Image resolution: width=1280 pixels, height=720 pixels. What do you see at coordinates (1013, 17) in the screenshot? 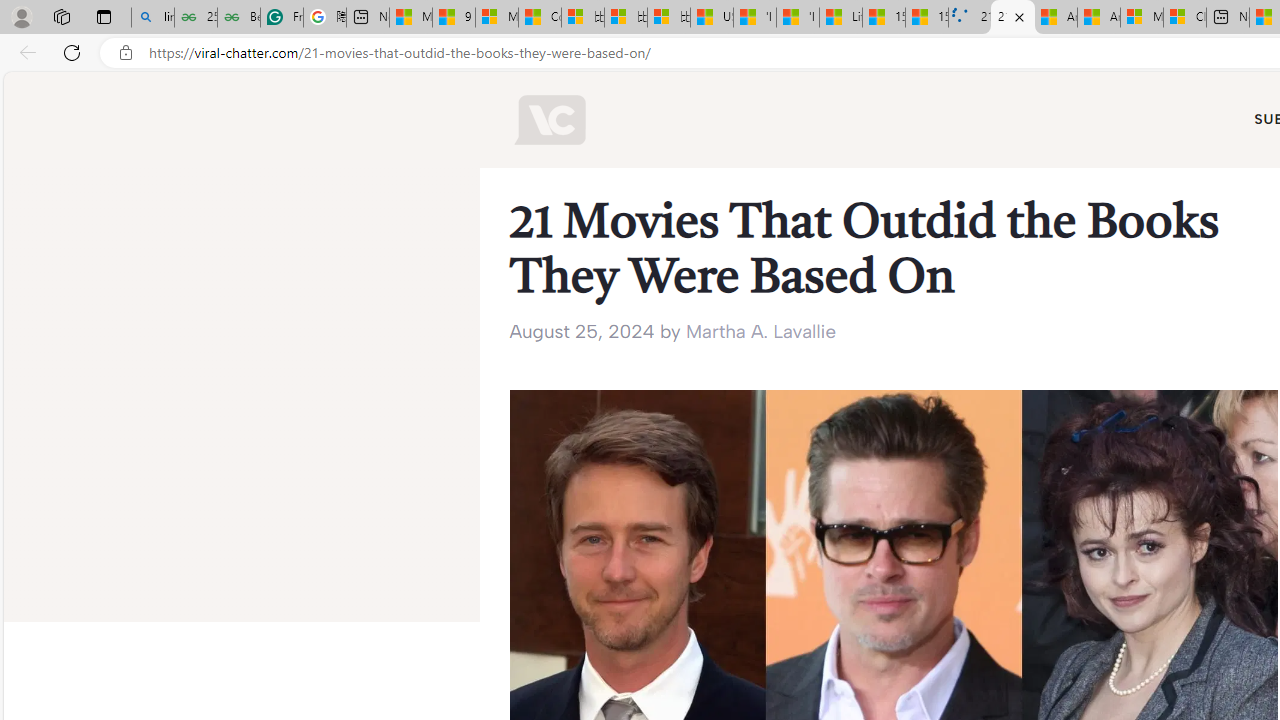
I see `'21 Movies That Outdid the Books They Were Based On'` at bounding box center [1013, 17].